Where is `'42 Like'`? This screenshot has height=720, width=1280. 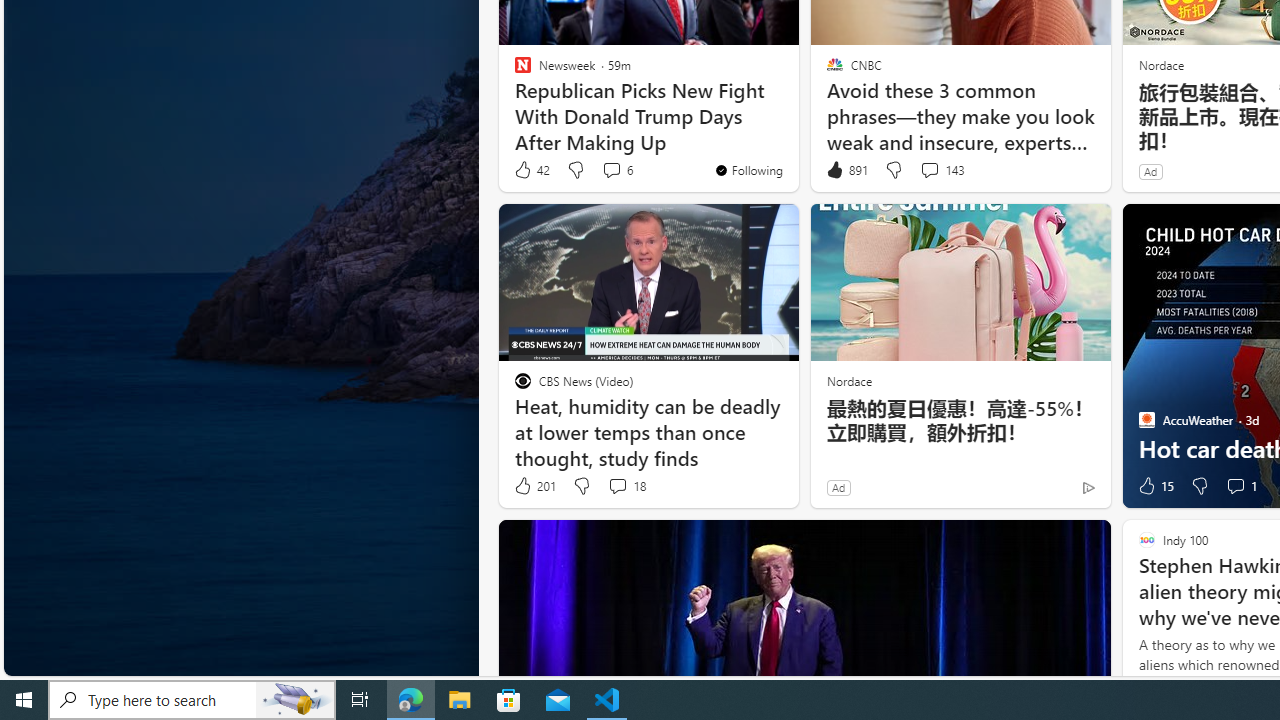 '42 Like' is located at coordinates (531, 169).